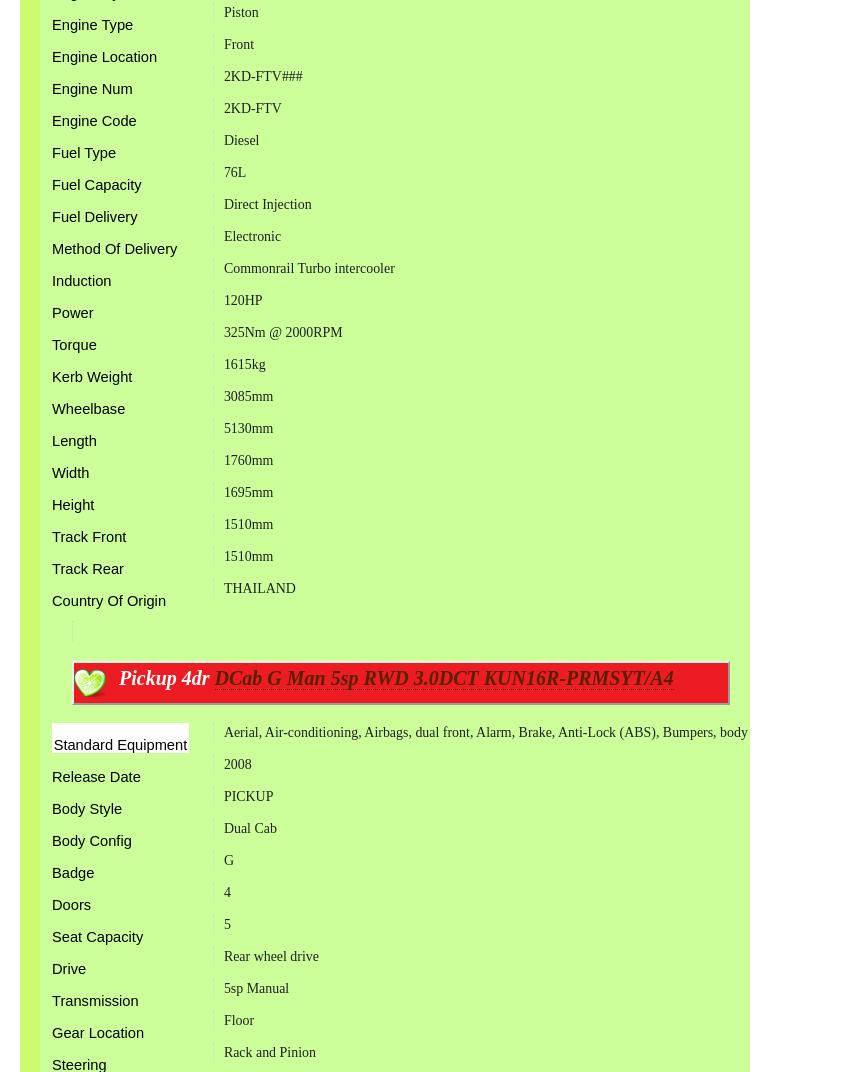 This screenshot has width=845, height=1072. Describe the element at coordinates (166, 675) in the screenshot. I see `'Pickup 4dr'` at that location.